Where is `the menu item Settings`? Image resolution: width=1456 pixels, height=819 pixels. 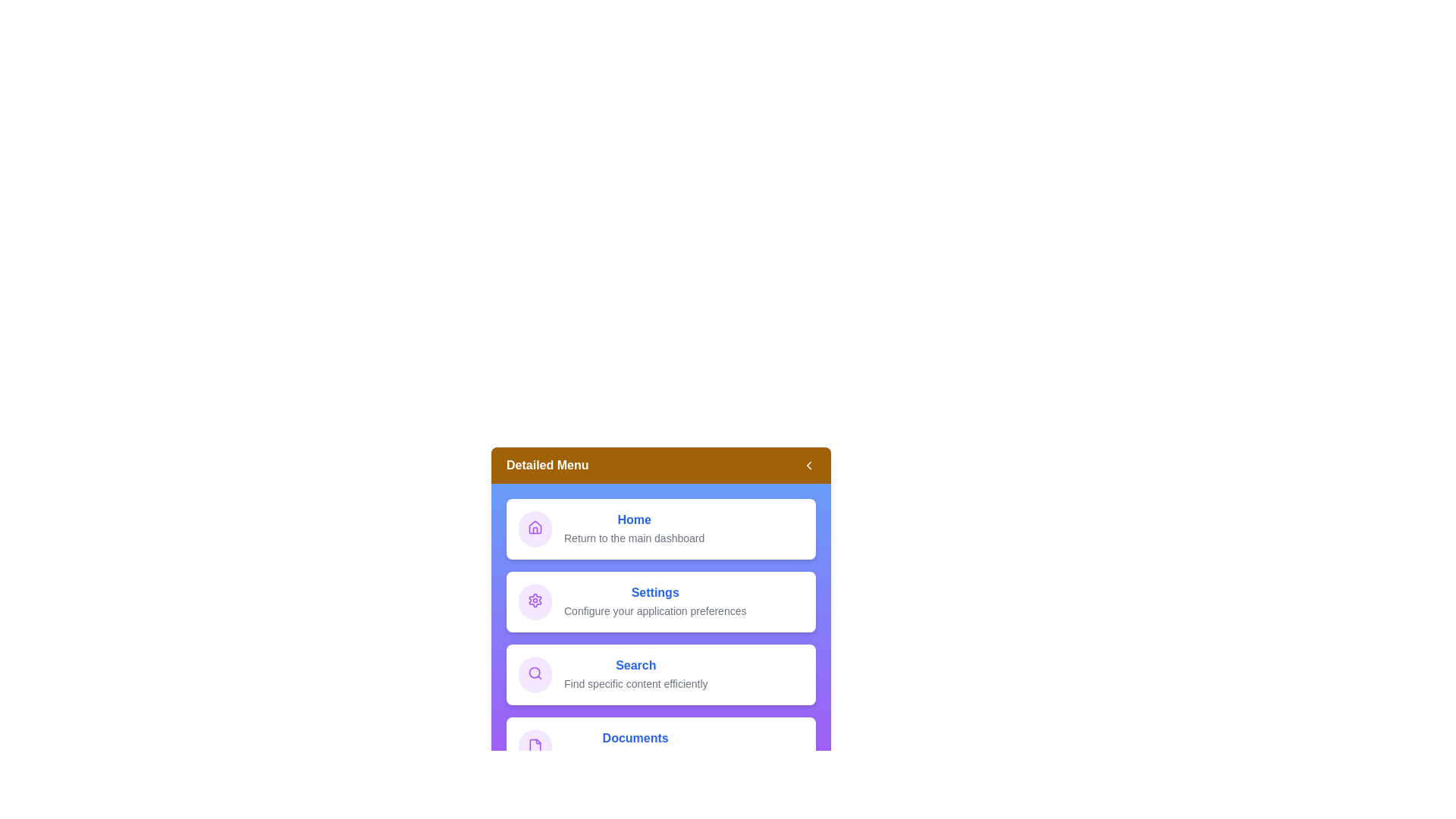 the menu item Settings is located at coordinates (661, 601).